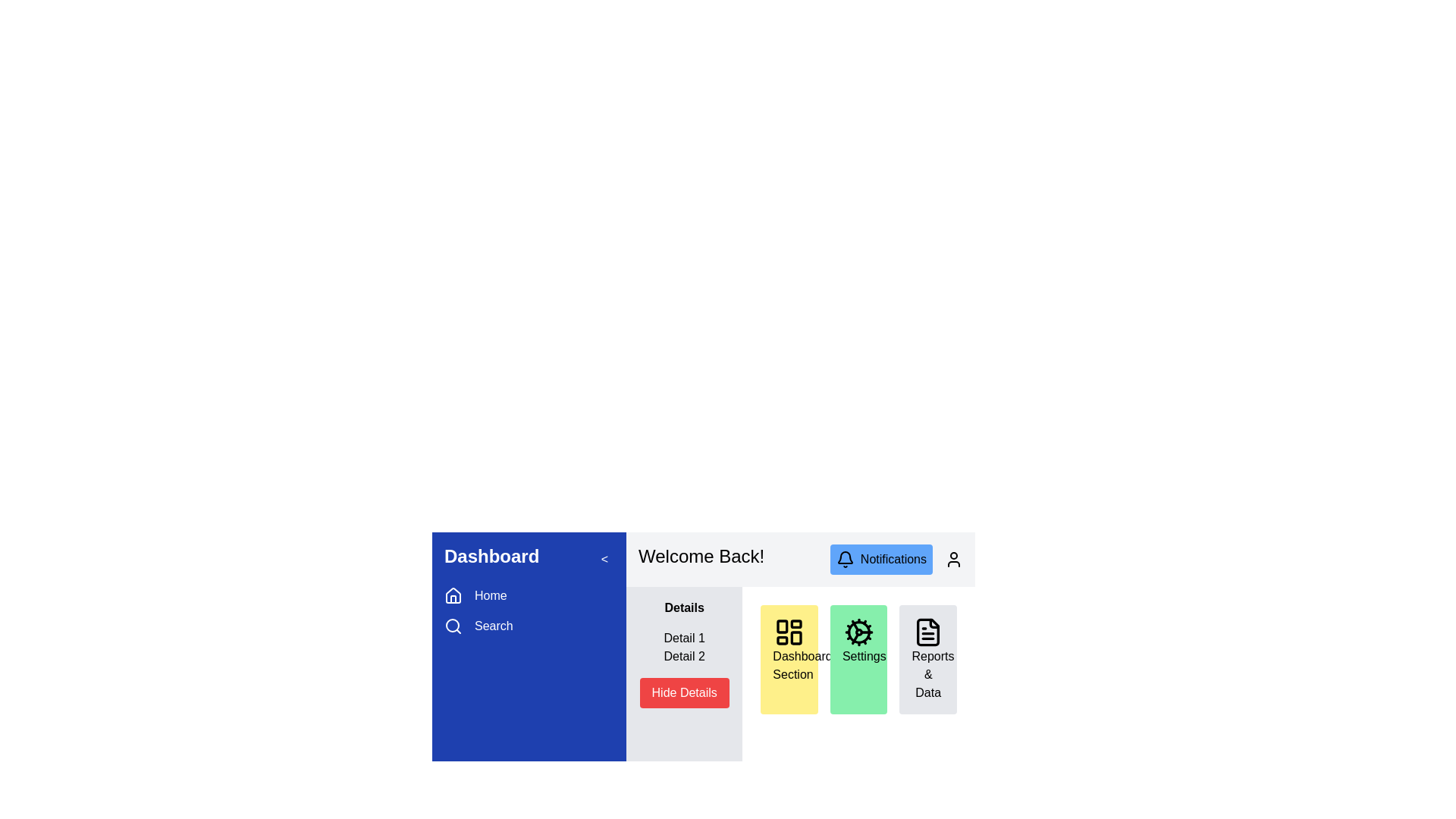 The height and width of the screenshot is (819, 1456). I want to click on the text label displaying 'Details' in bold font, which is positioned within a gray box and located in the middle-right section of the interface, so click(683, 607).